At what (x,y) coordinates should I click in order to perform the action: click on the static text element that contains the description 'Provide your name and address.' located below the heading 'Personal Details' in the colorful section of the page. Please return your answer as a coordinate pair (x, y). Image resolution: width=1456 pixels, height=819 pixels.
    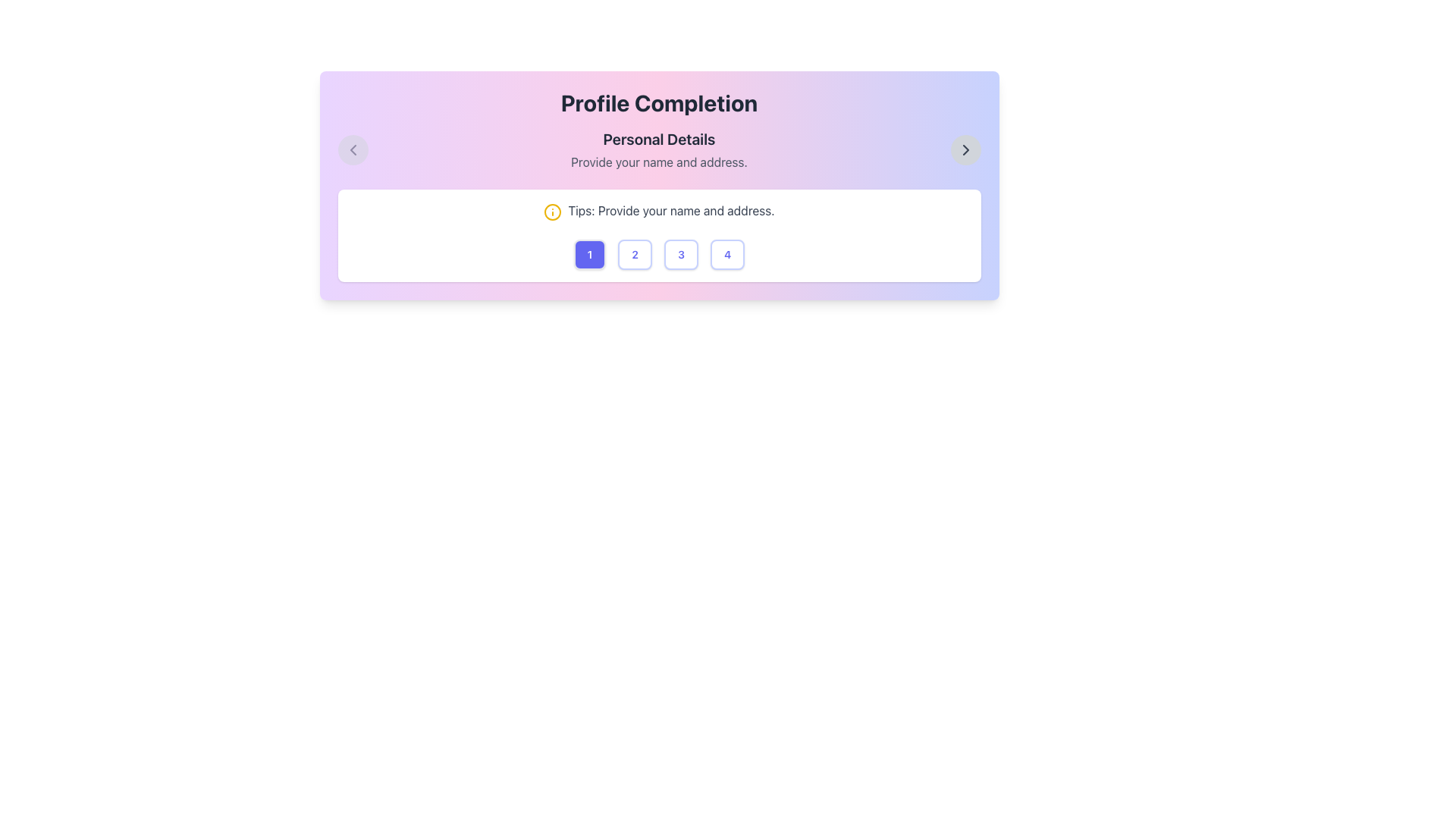
    Looking at the image, I should click on (659, 162).